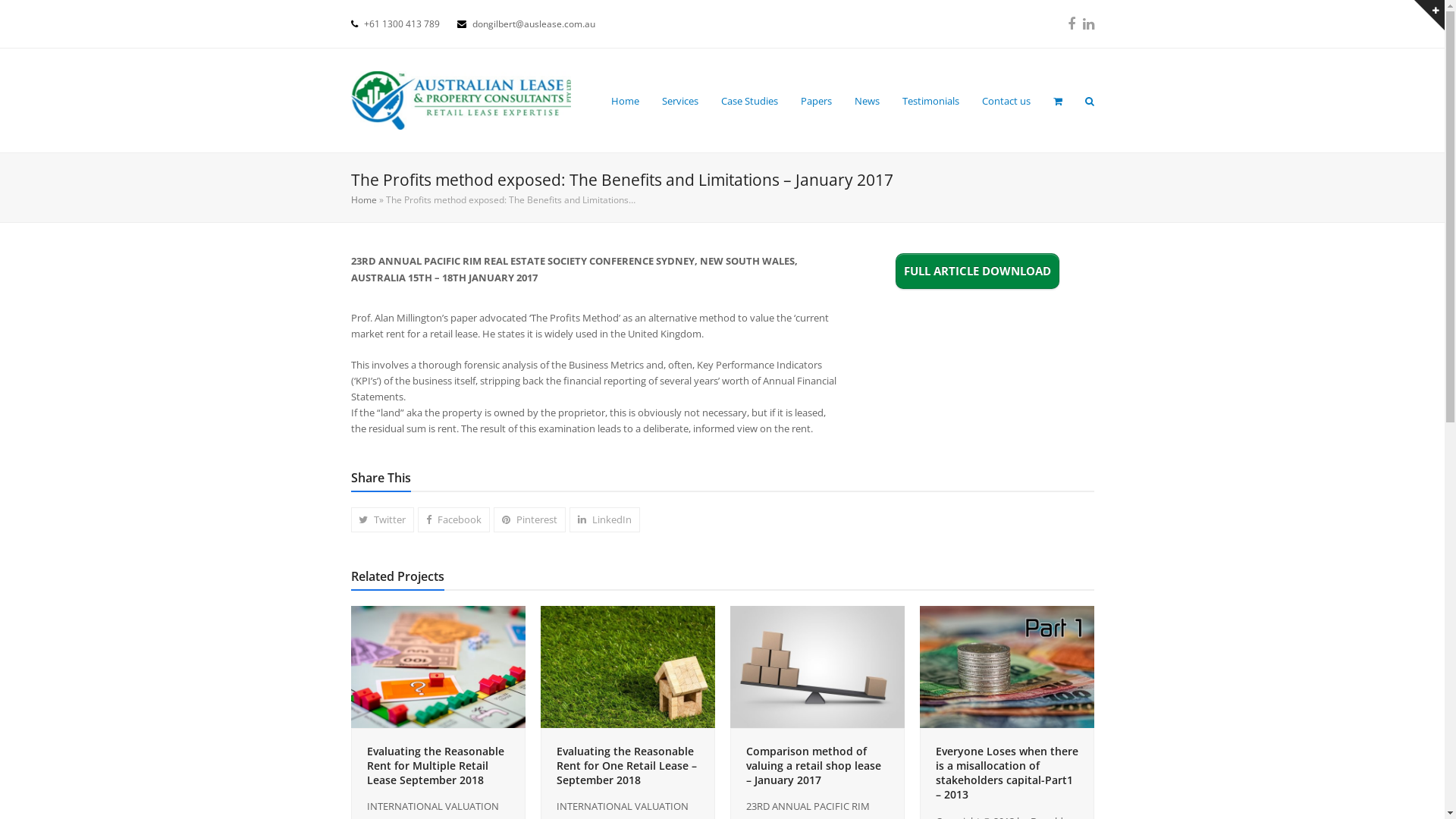 The image size is (1456, 819). What do you see at coordinates (1070, 24) in the screenshot?
I see `'Facebook'` at bounding box center [1070, 24].